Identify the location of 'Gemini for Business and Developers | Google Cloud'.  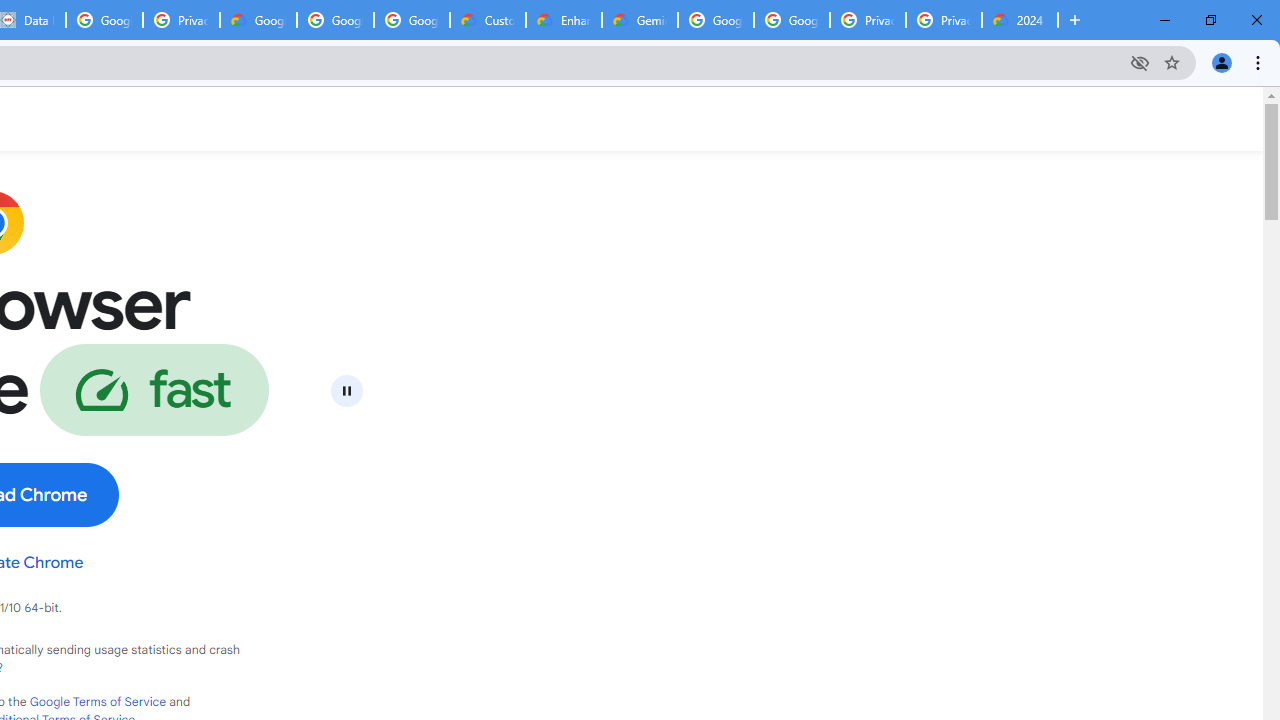
(640, 20).